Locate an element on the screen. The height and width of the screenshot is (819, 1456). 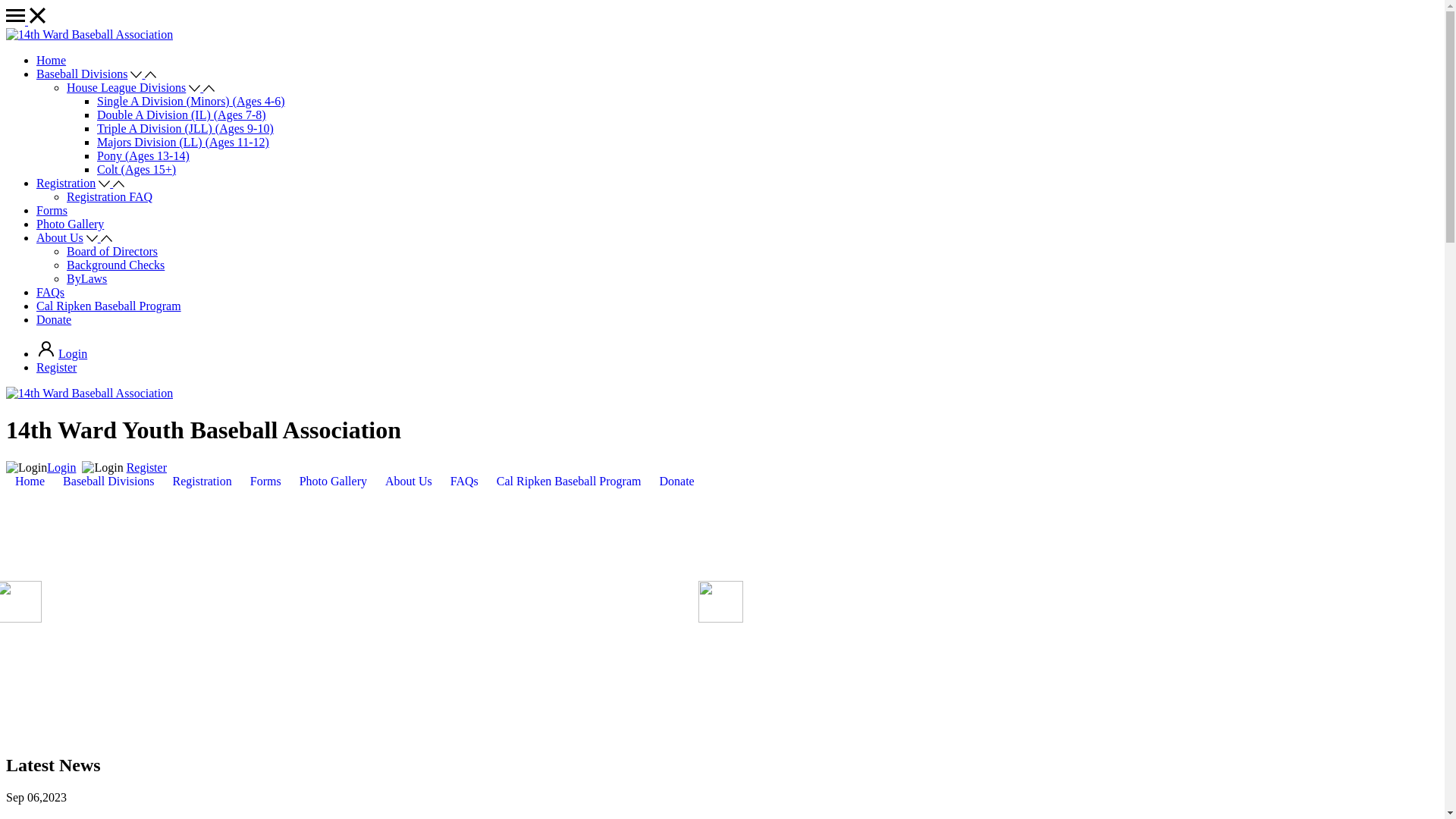
'14th Ward Baseball Association' is located at coordinates (89, 34).